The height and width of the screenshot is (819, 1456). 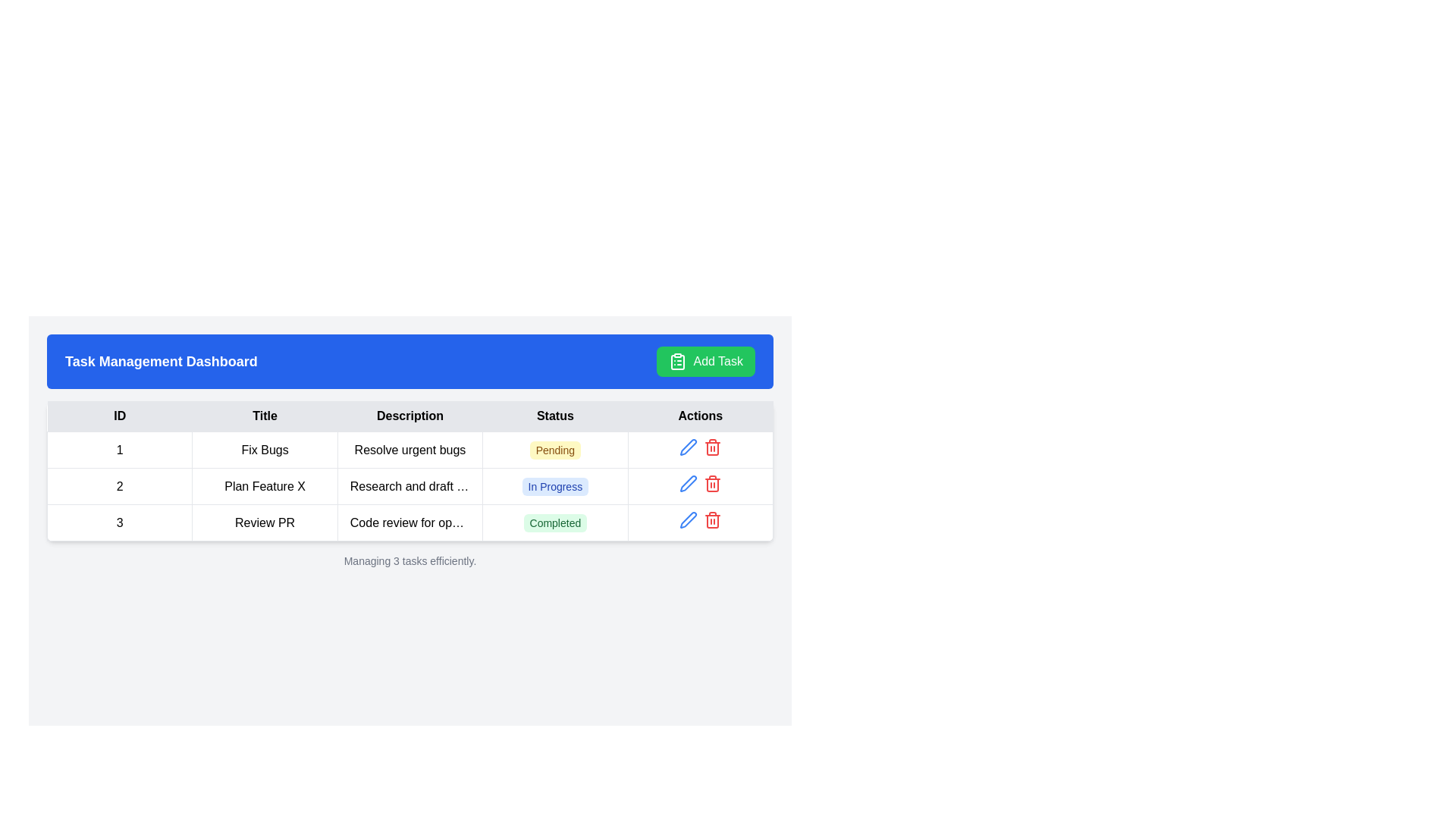 What do you see at coordinates (711, 447) in the screenshot?
I see `the delete button located in the 'Actions' column of the third row in the task management table` at bounding box center [711, 447].